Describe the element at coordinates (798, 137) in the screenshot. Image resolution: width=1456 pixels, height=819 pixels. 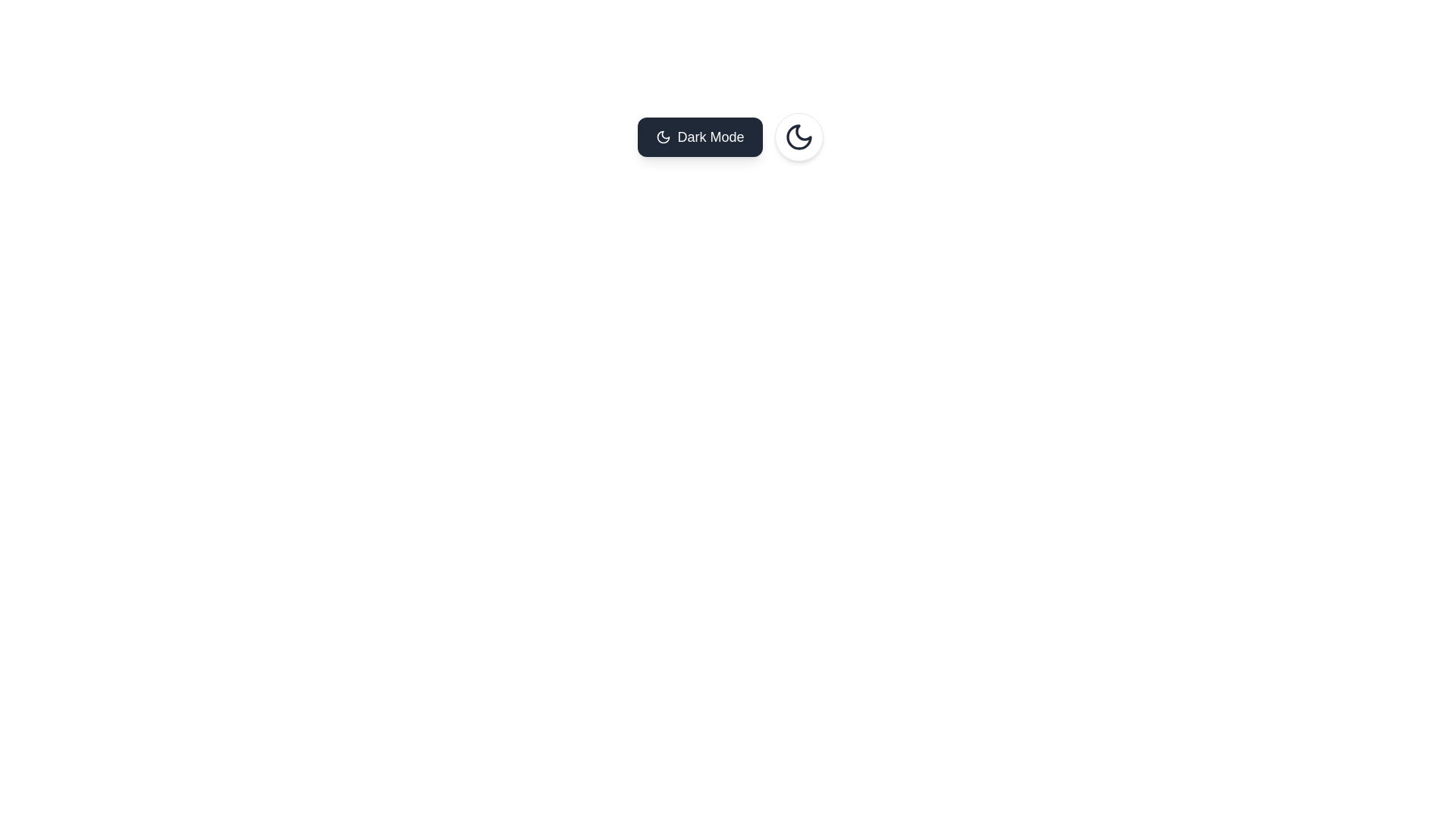
I see `the moon icon located in the upper right corner of the interface` at that location.